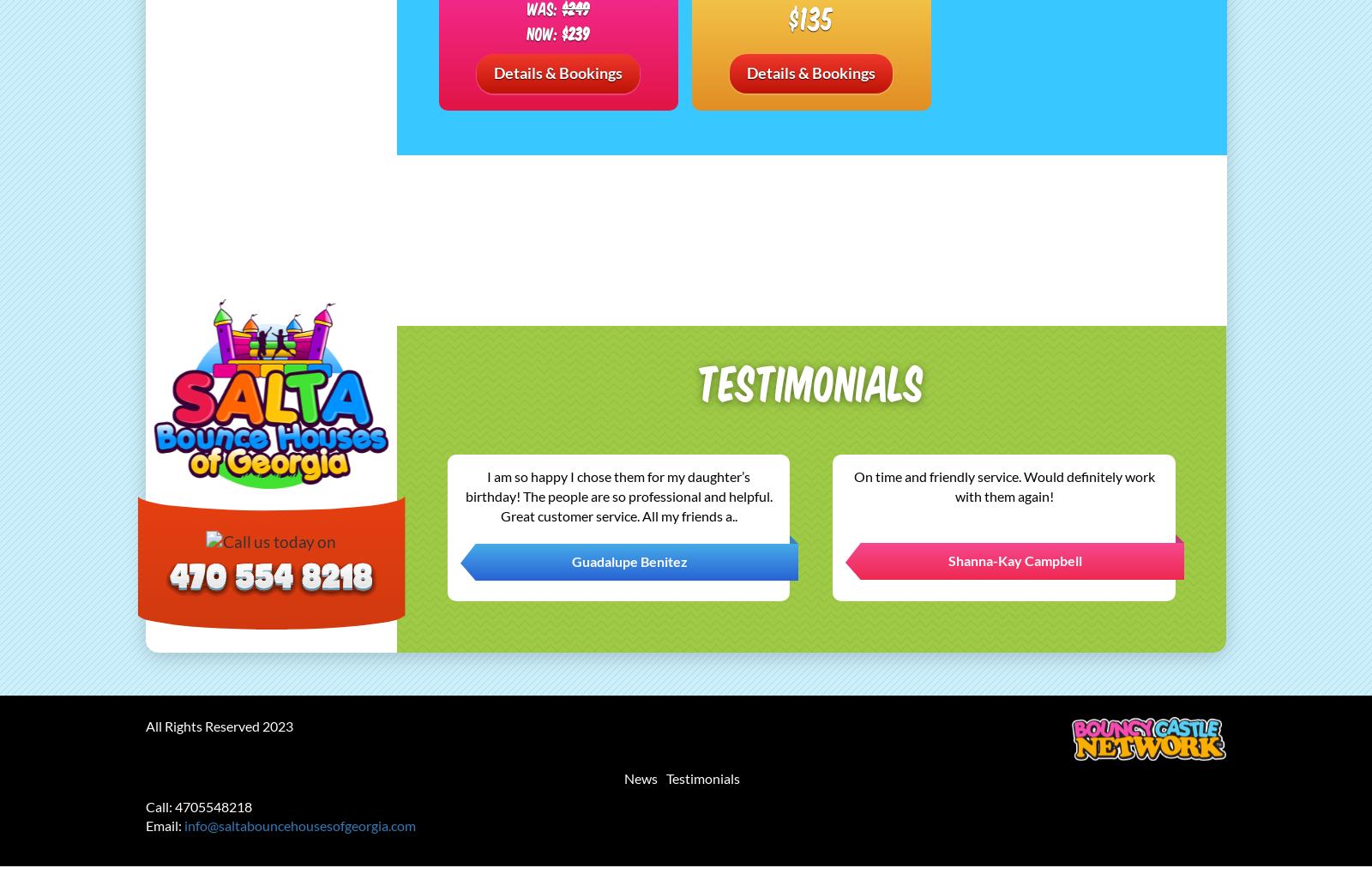  I want to click on 'Email:', so click(164, 824).